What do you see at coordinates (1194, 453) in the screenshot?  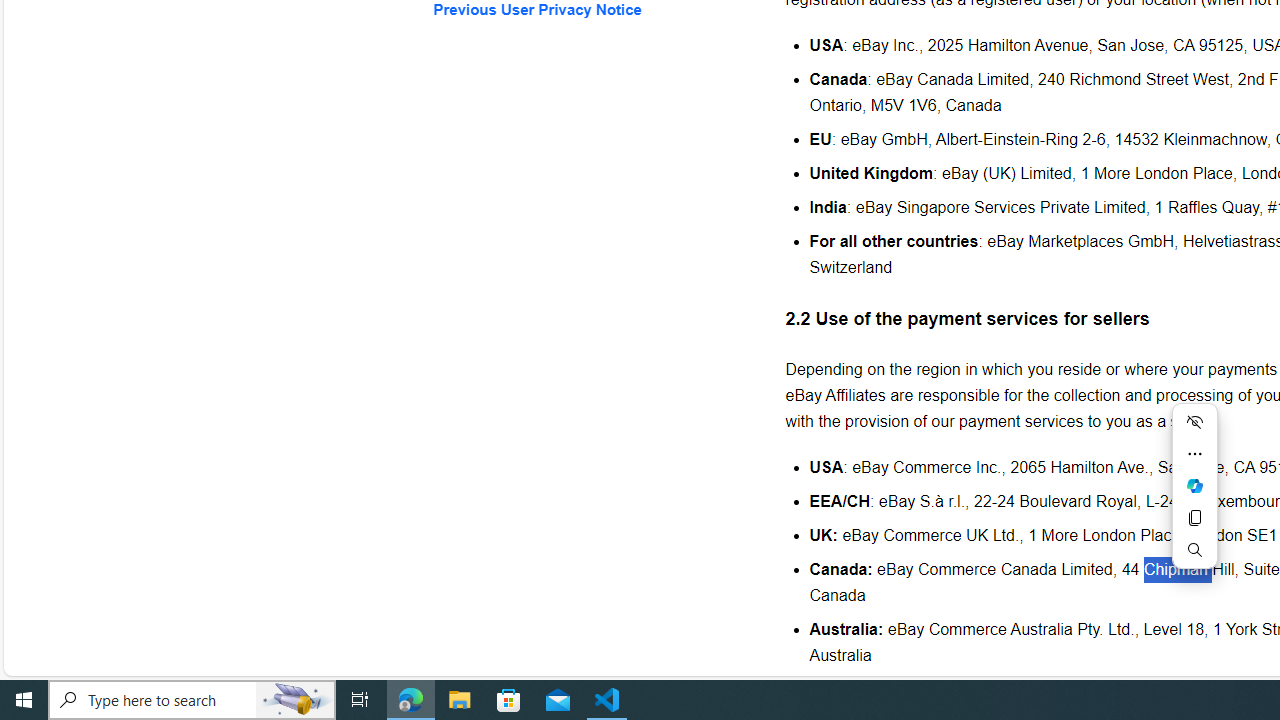 I see `'More actions'` at bounding box center [1194, 453].